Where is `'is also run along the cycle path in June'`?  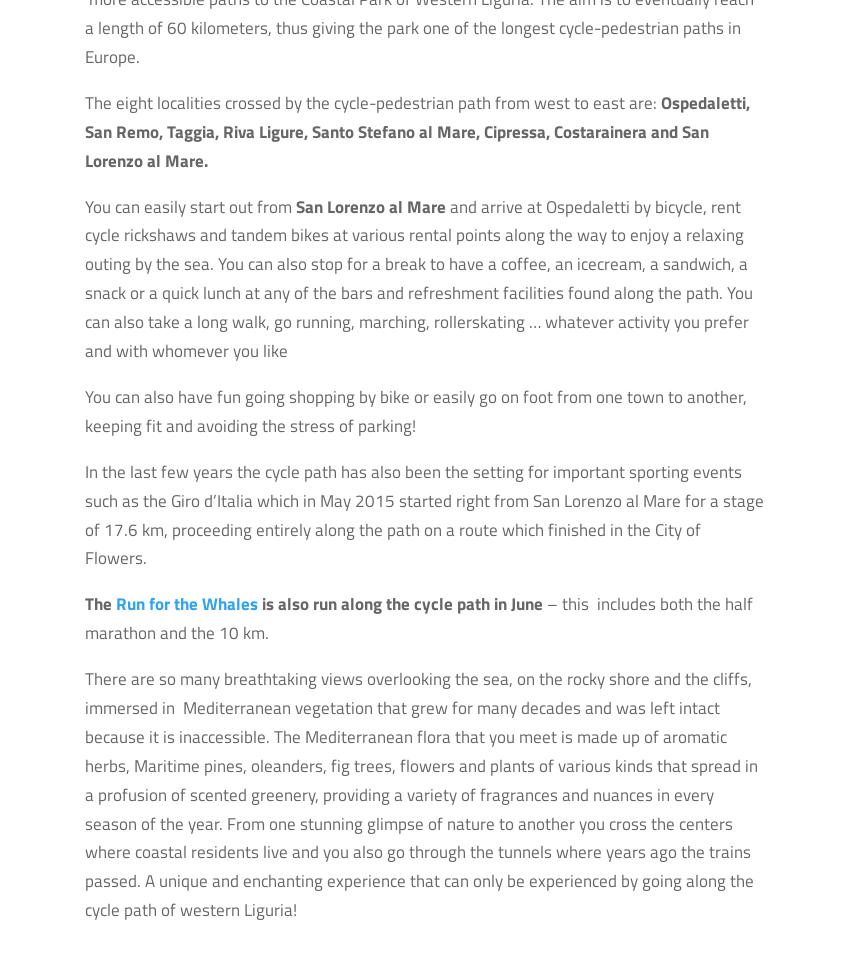 'is also run along the cycle path in June' is located at coordinates (400, 604).